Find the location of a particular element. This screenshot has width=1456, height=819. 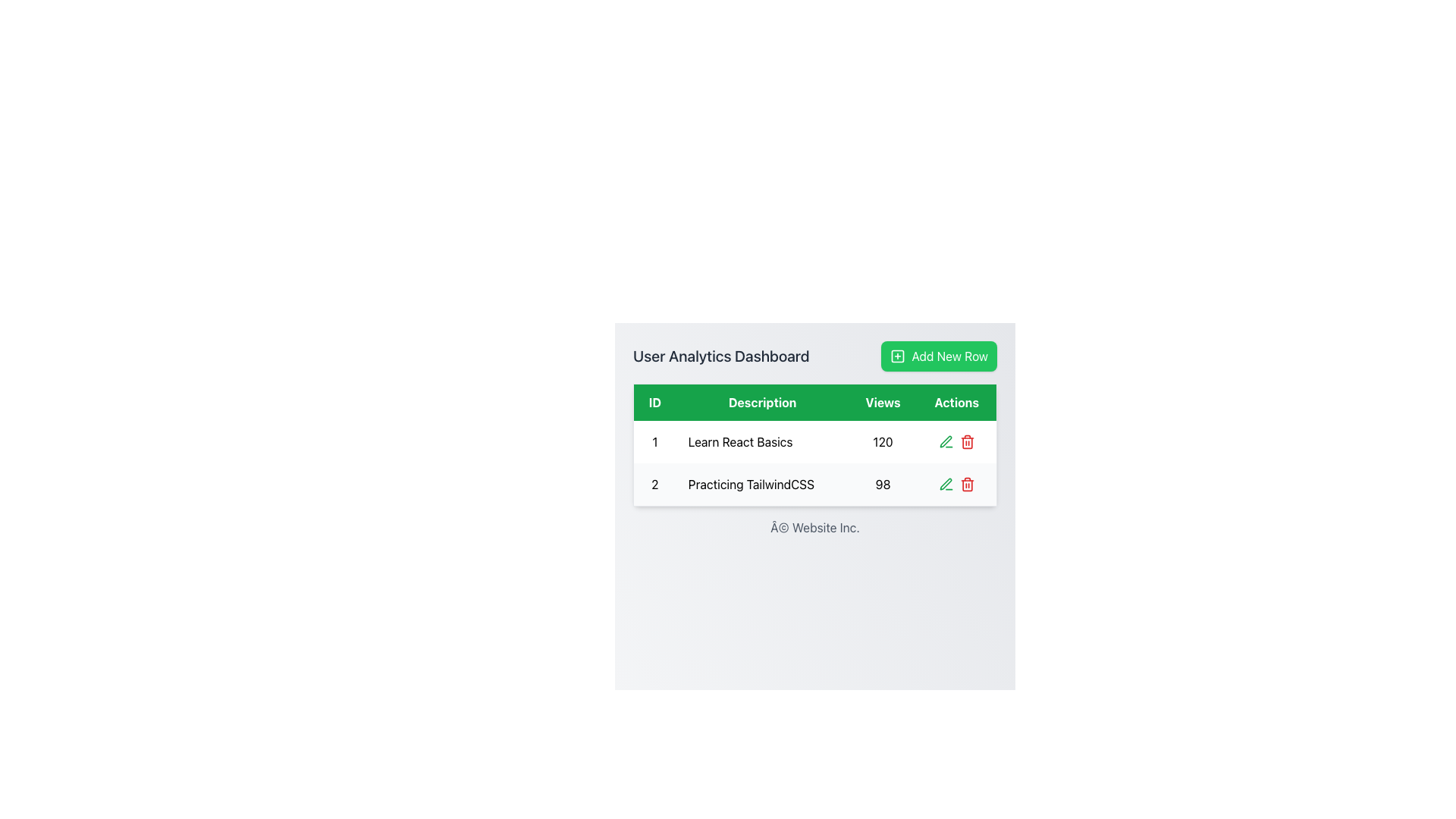

the small red trash bin icon in the Actions column is located at coordinates (966, 485).